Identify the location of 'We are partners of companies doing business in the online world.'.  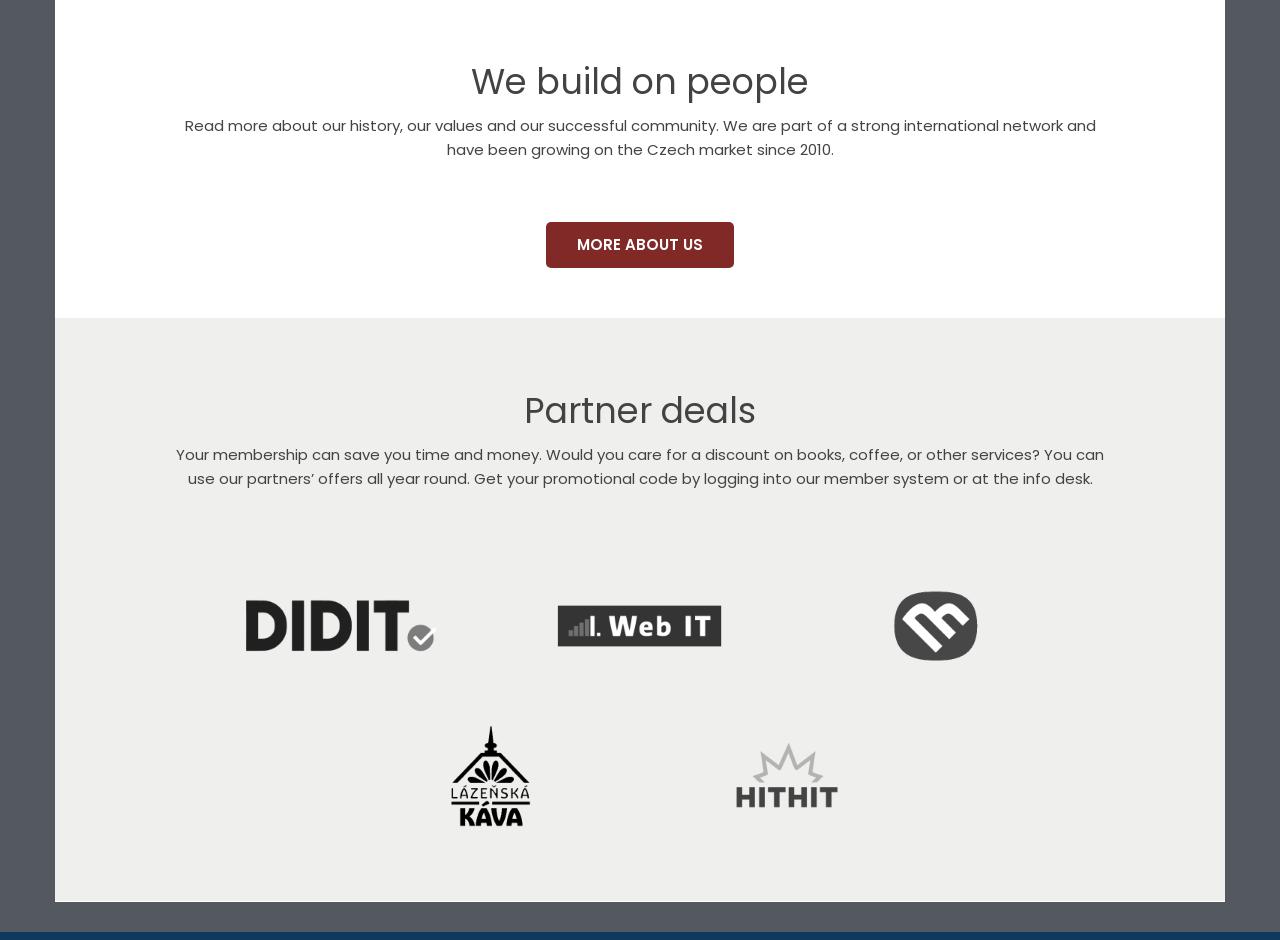
(637, 893).